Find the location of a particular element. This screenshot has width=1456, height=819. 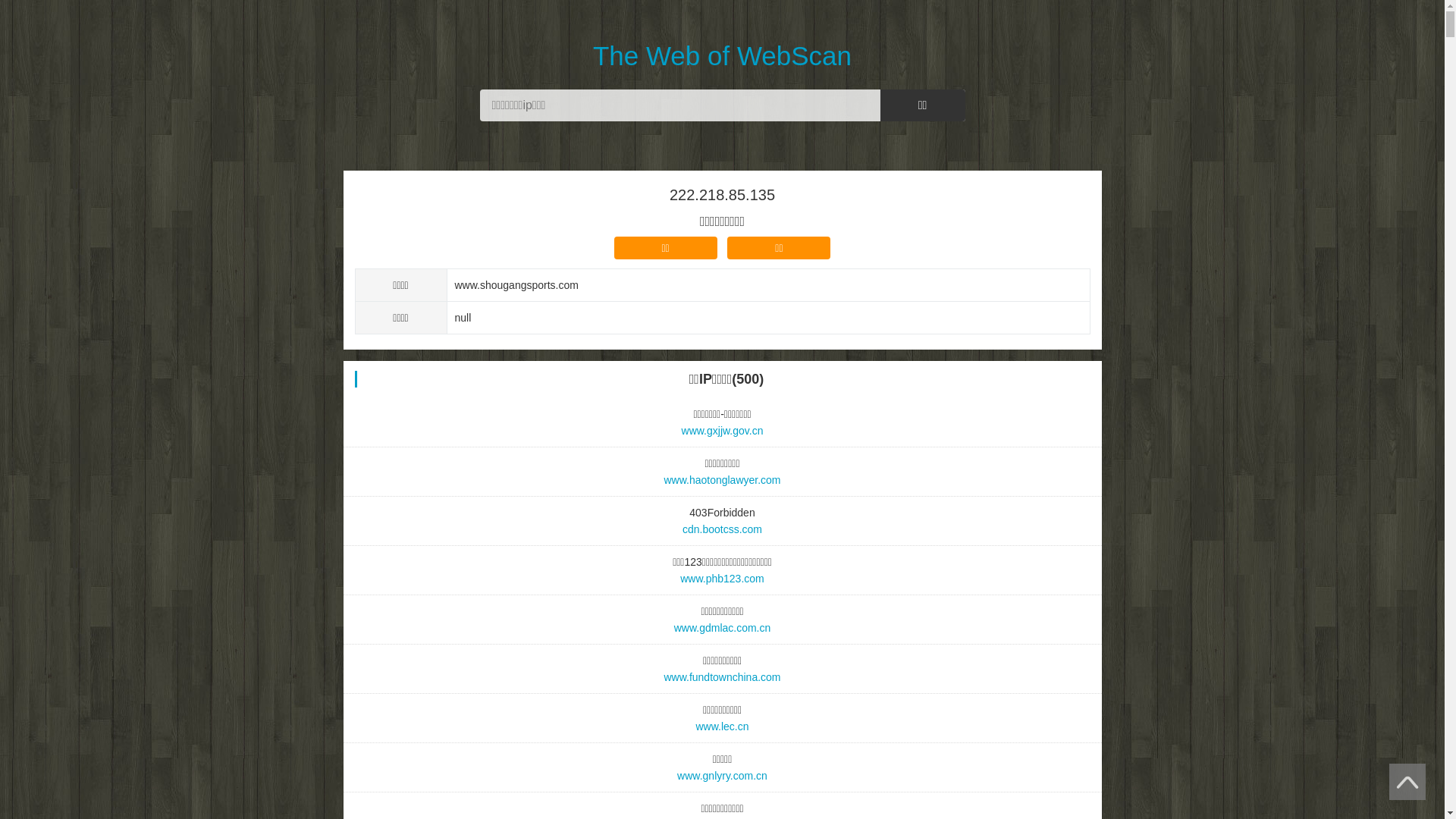

'www.gnlyry.com.cn' is located at coordinates (722, 775).